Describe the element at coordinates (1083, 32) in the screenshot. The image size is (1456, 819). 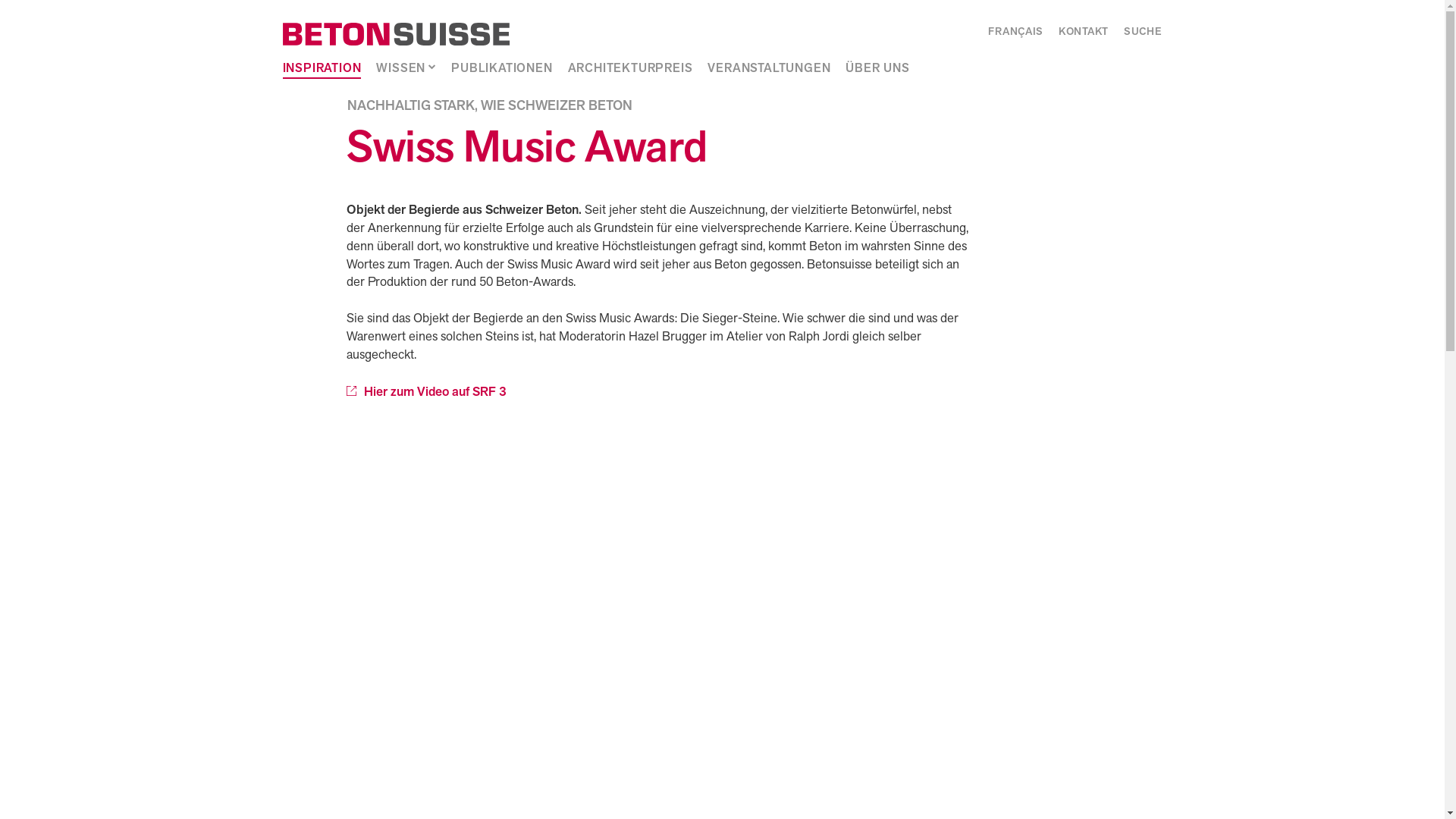
I see `'KONTAKT'` at that location.